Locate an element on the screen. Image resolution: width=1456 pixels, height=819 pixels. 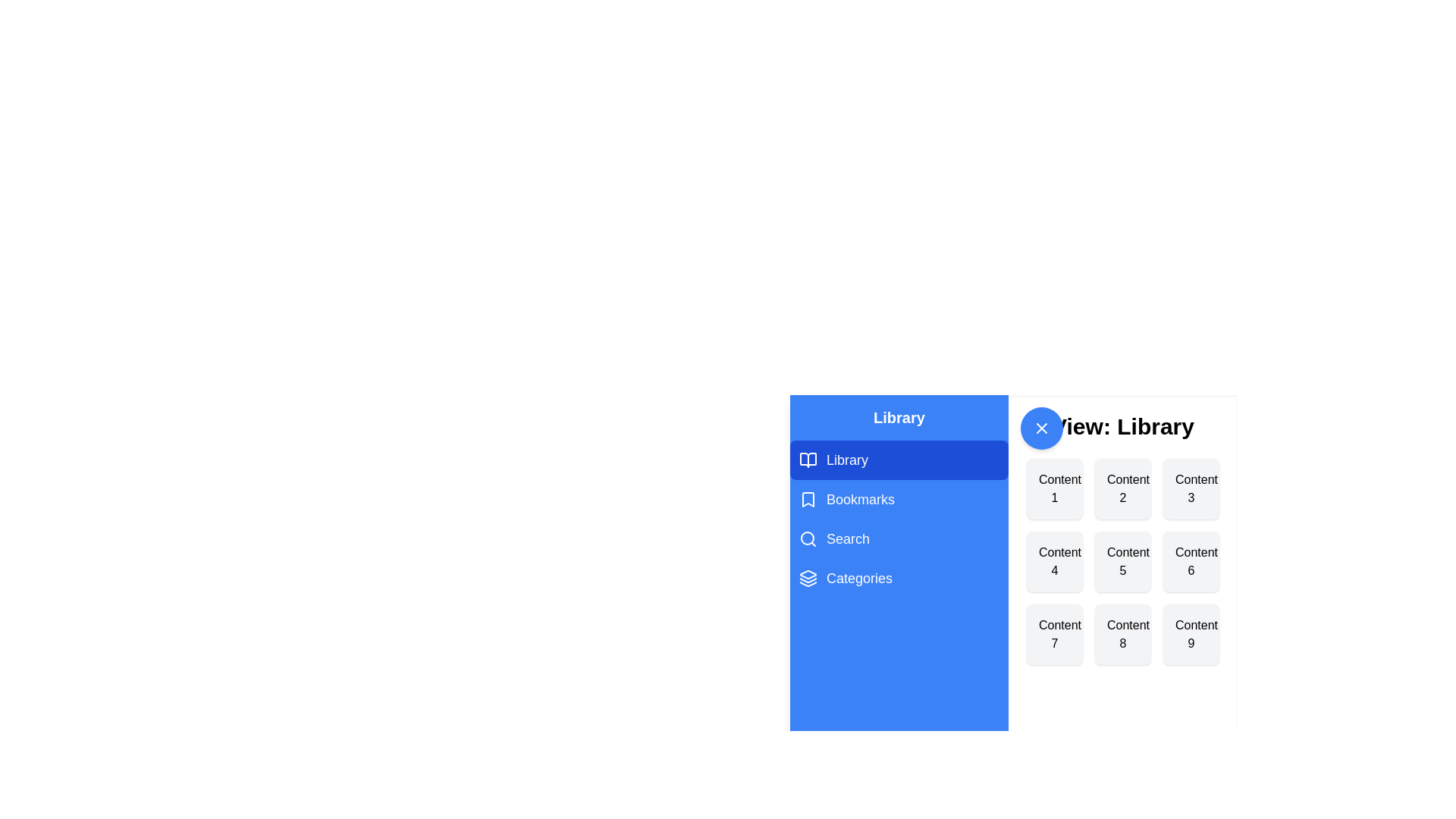
the section Library from the sidebar menu is located at coordinates (899, 459).